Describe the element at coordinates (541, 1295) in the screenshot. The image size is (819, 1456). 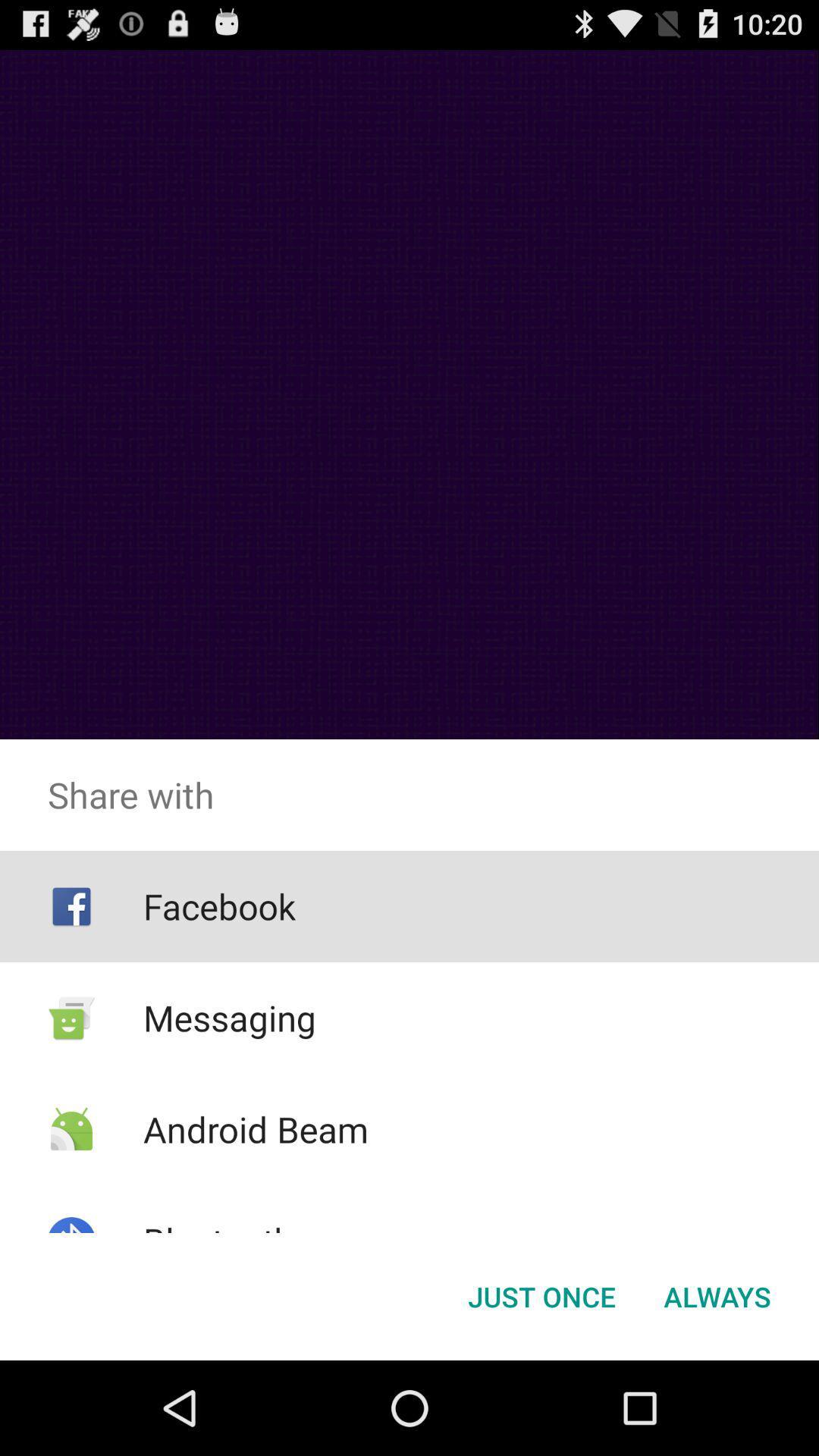
I see `app below the share with` at that location.